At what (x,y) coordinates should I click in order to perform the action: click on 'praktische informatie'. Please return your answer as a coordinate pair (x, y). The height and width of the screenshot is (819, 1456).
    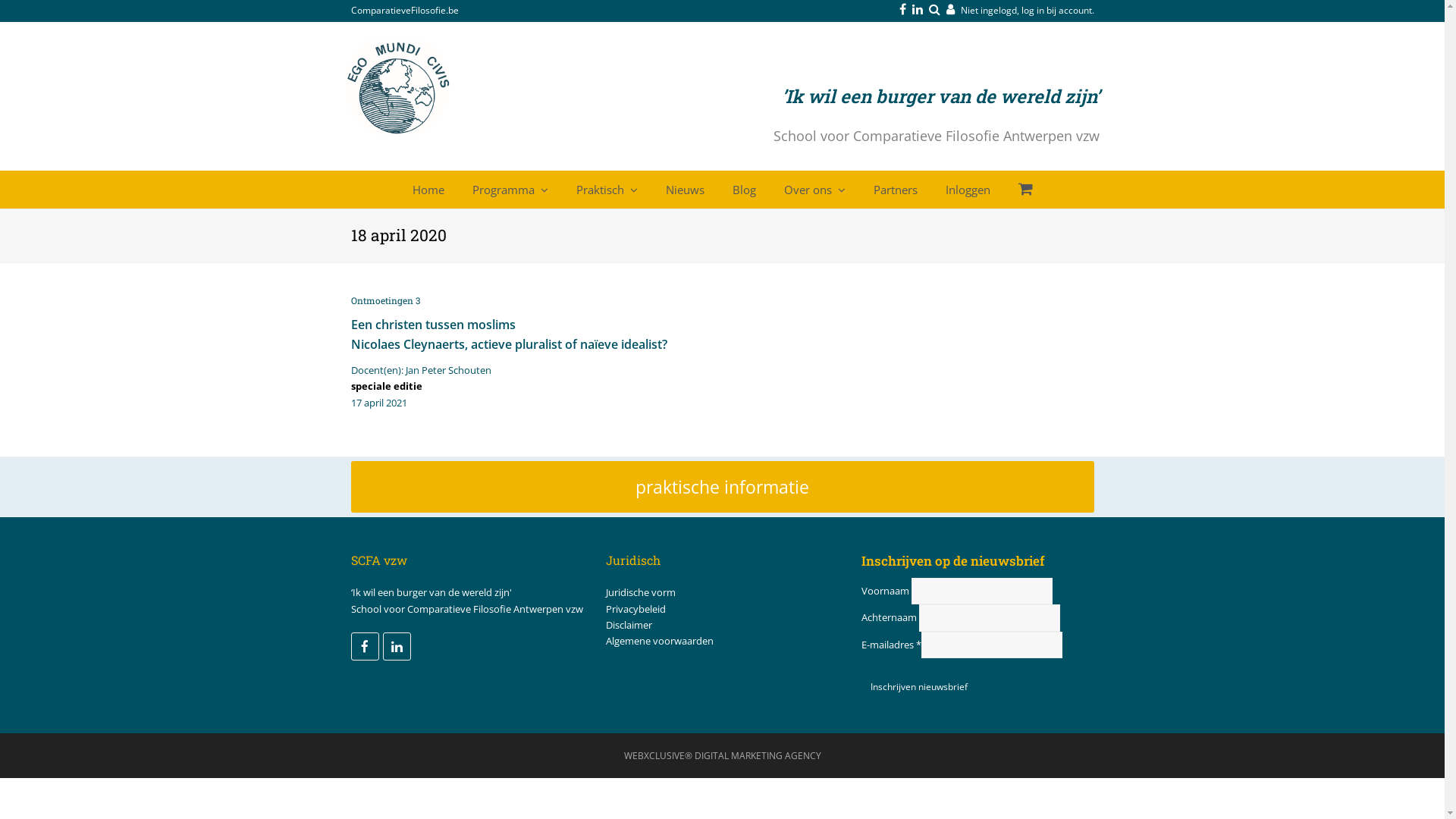
    Looking at the image, I should click on (720, 486).